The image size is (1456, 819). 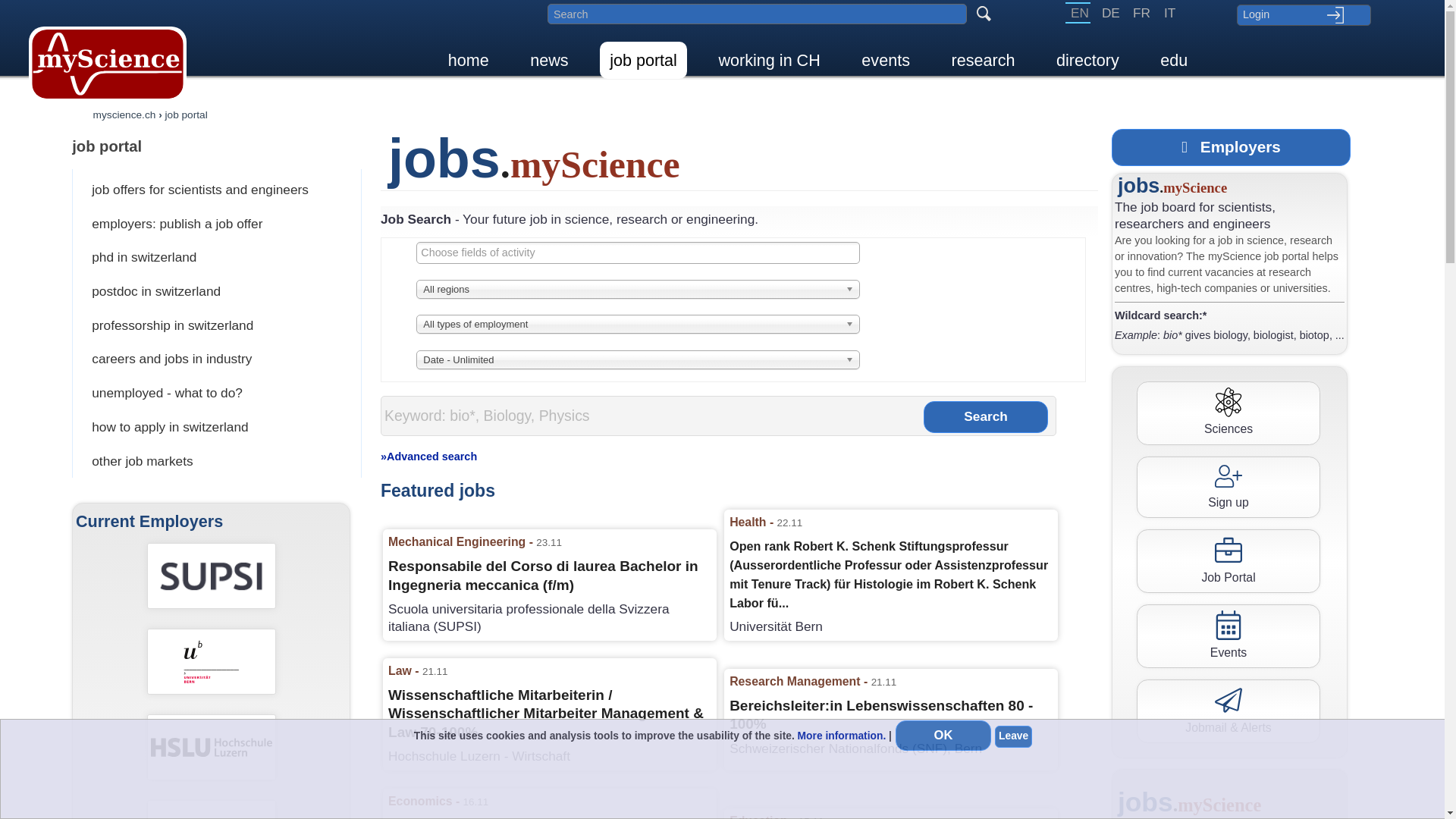 I want to click on 'IT', so click(x=1167, y=12).